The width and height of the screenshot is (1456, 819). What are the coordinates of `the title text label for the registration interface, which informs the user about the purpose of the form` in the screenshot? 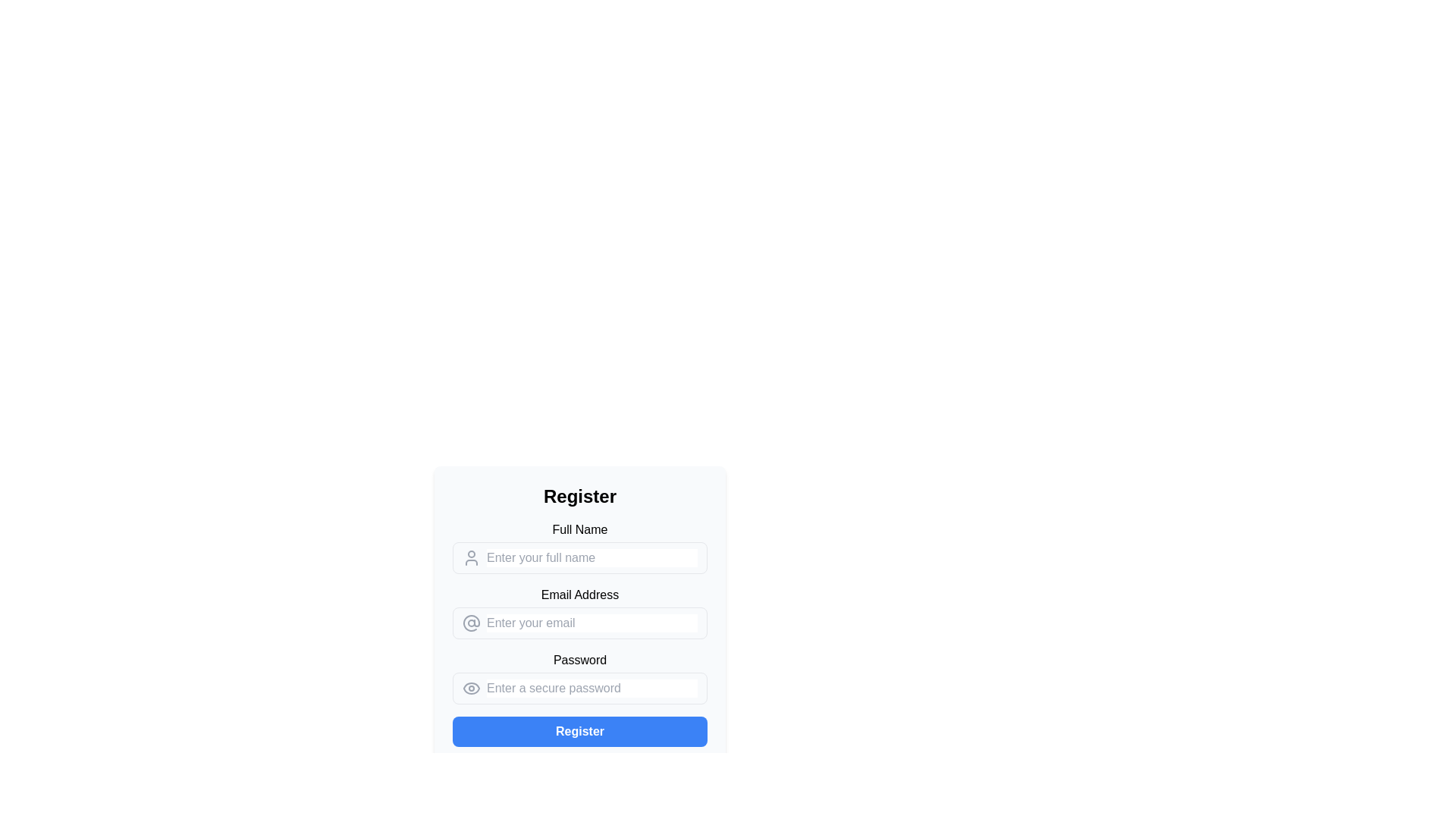 It's located at (579, 497).